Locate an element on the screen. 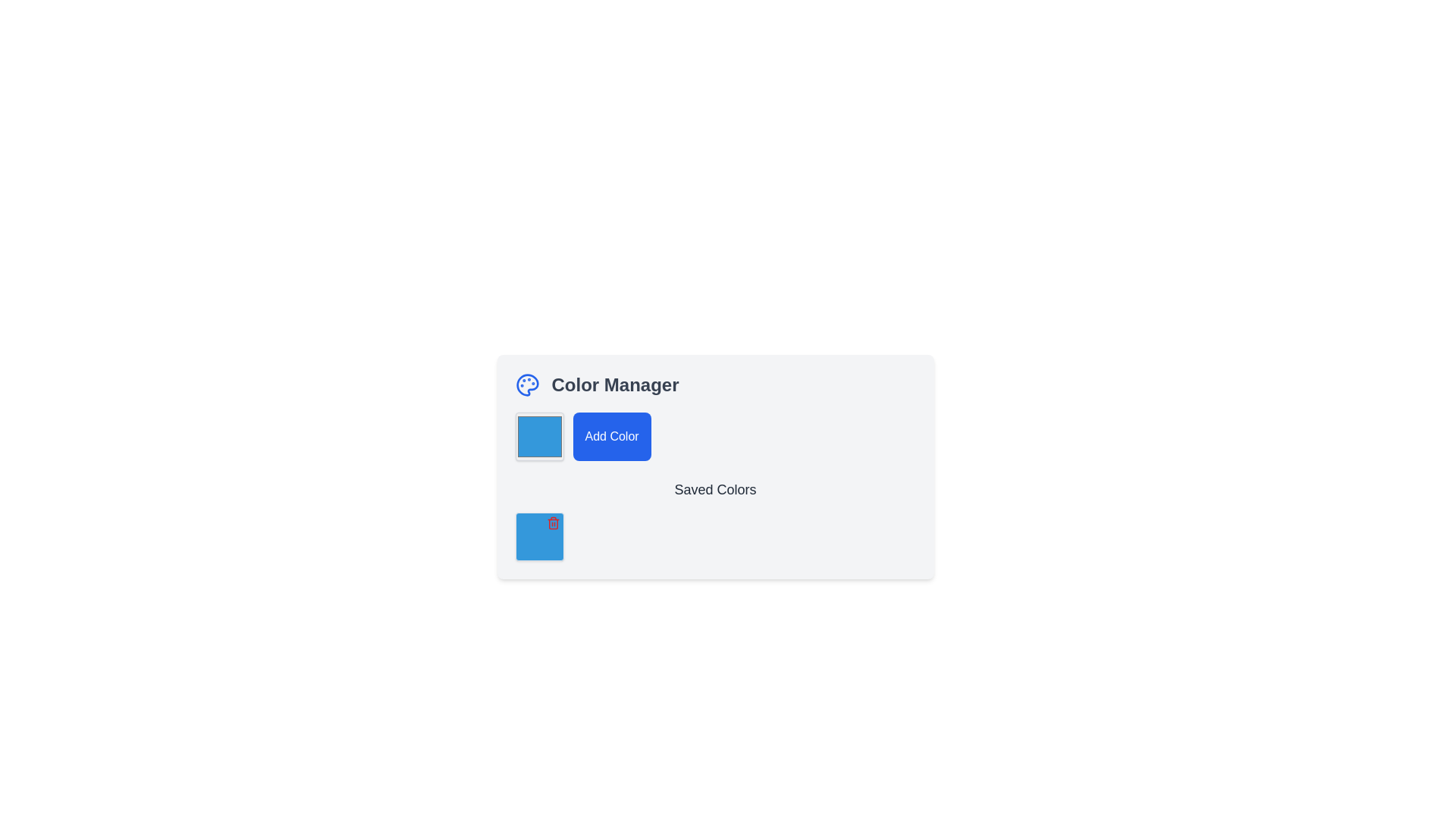 Image resolution: width=1456 pixels, height=819 pixels. the color palette icon located in the top-left corner of the 'Color Manager' group is located at coordinates (527, 384).